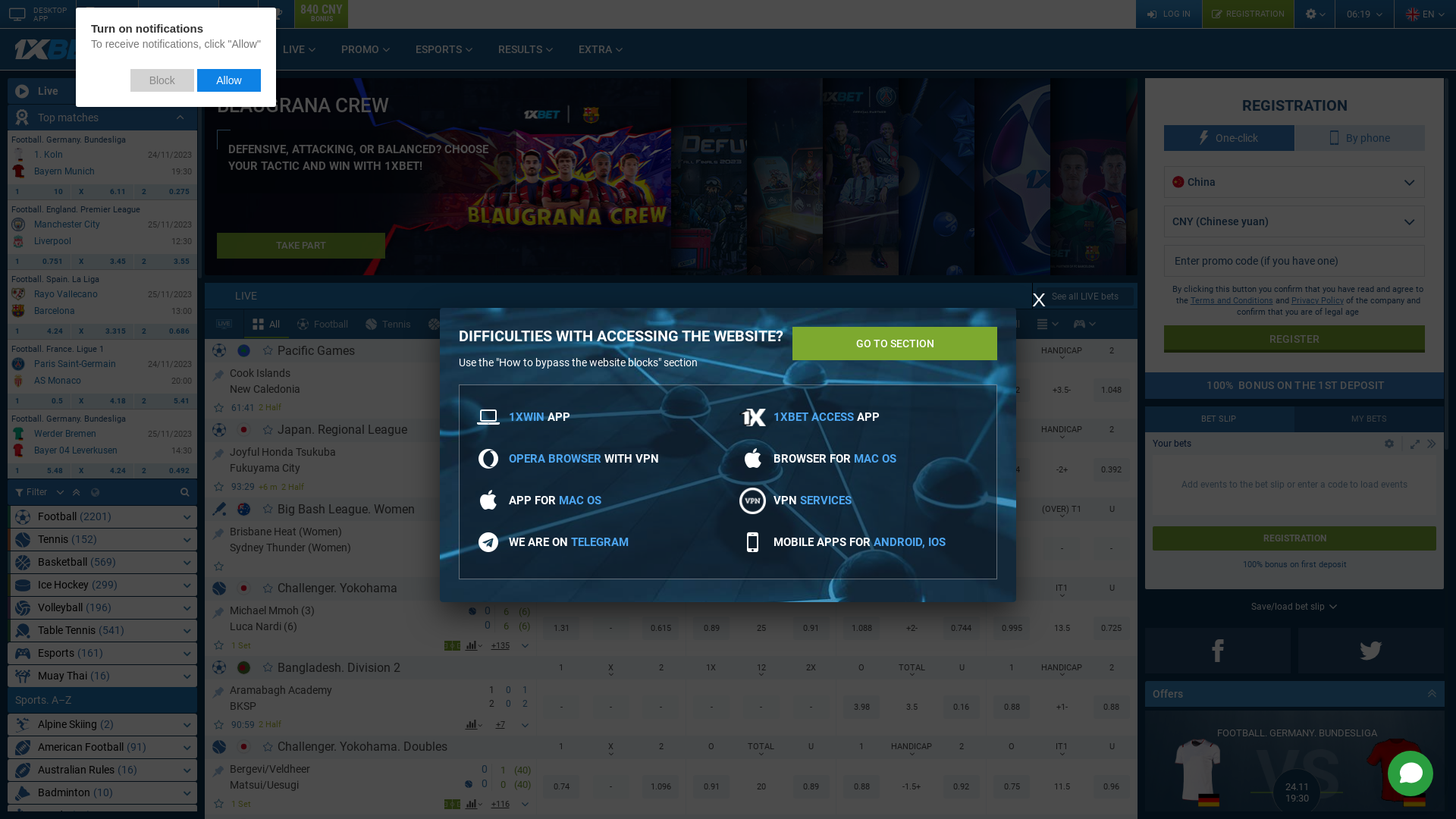  Describe the element at coordinates (180, 116) in the screenshot. I see `'Collapse/Expand all'` at that location.